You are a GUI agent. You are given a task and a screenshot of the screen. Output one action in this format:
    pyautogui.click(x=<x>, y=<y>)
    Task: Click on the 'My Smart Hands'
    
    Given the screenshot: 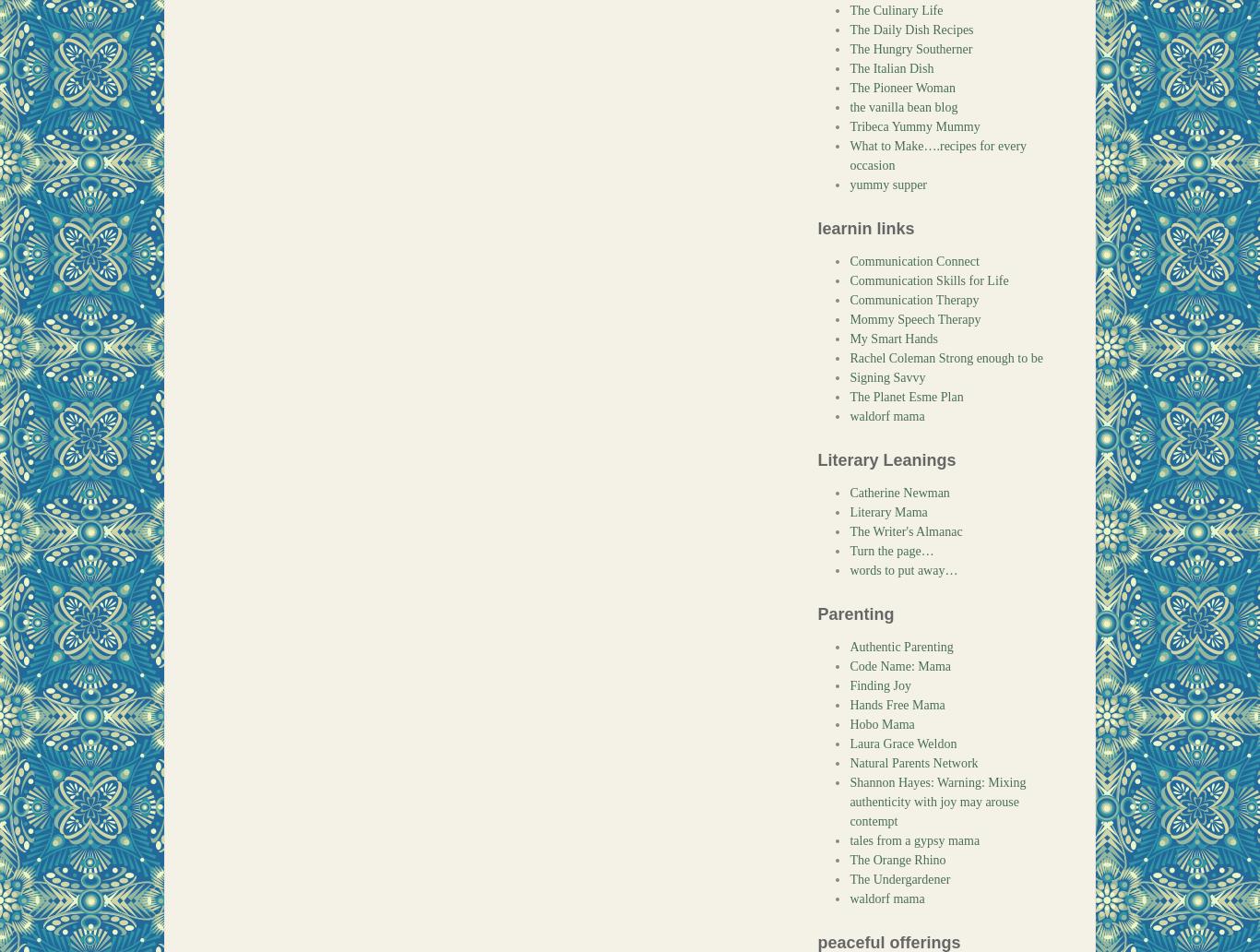 What is the action you would take?
    pyautogui.click(x=894, y=339)
    